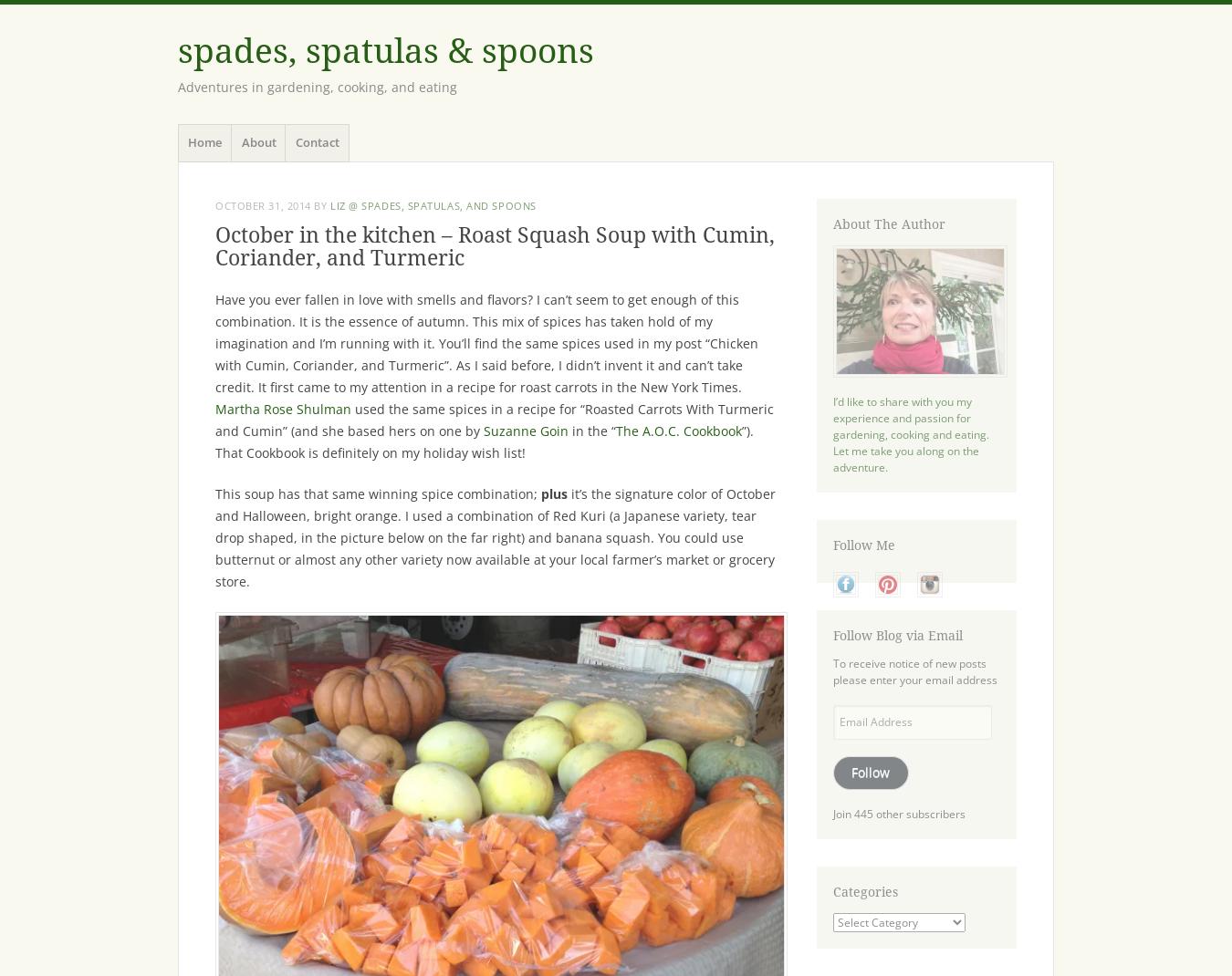 Image resolution: width=1232 pixels, height=976 pixels. Describe the element at coordinates (432, 204) in the screenshot. I see `'Liz @ spades, spatulas, and spoons'` at that location.